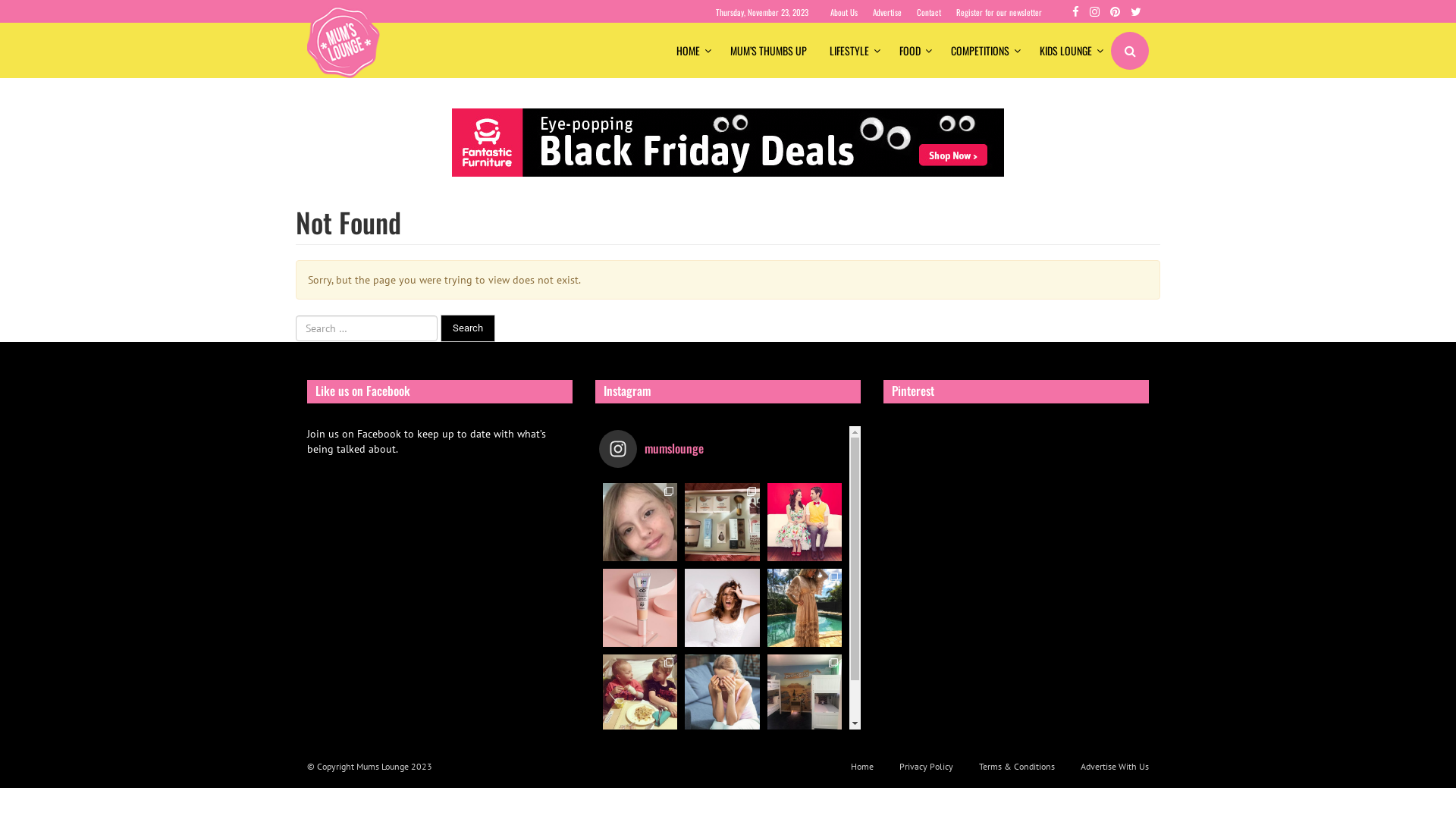  Describe the element at coordinates (852, 49) in the screenshot. I see `'LIFESTYLE'` at that location.